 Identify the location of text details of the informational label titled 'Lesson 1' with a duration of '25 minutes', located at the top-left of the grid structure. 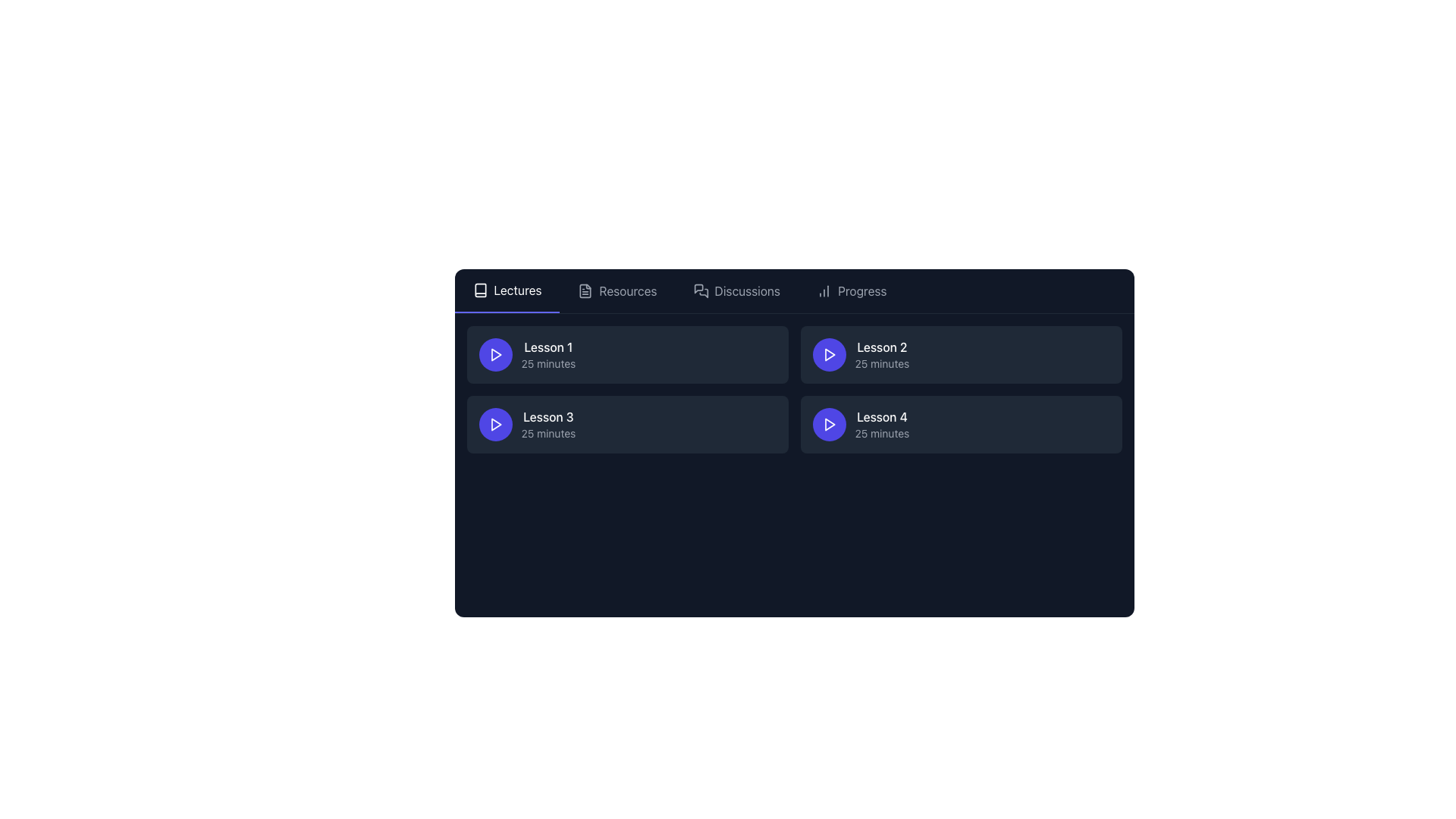
(548, 354).